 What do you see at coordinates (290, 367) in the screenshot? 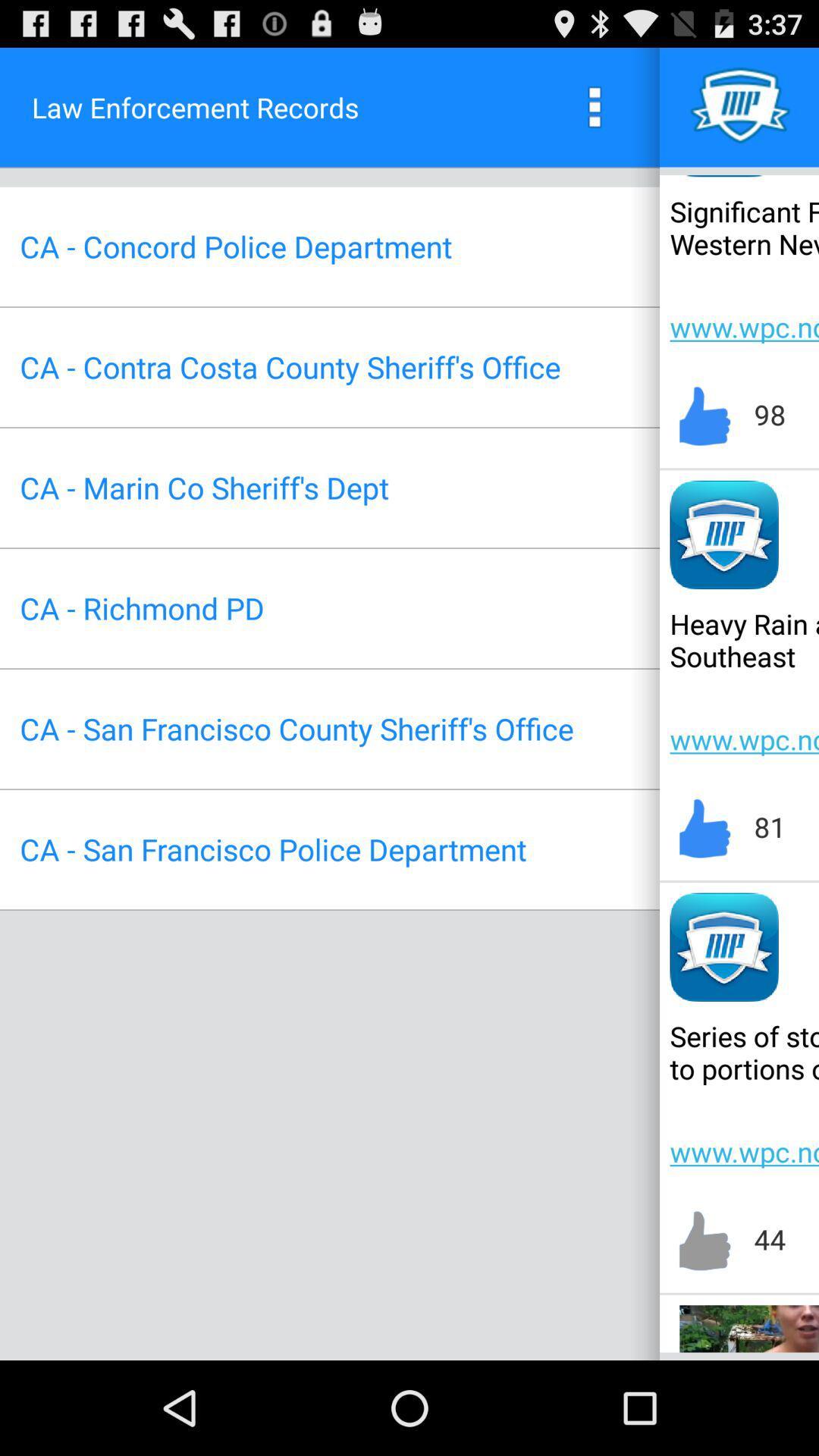
I see `the app above the ca marin co item` at bounding box center [290, 367].